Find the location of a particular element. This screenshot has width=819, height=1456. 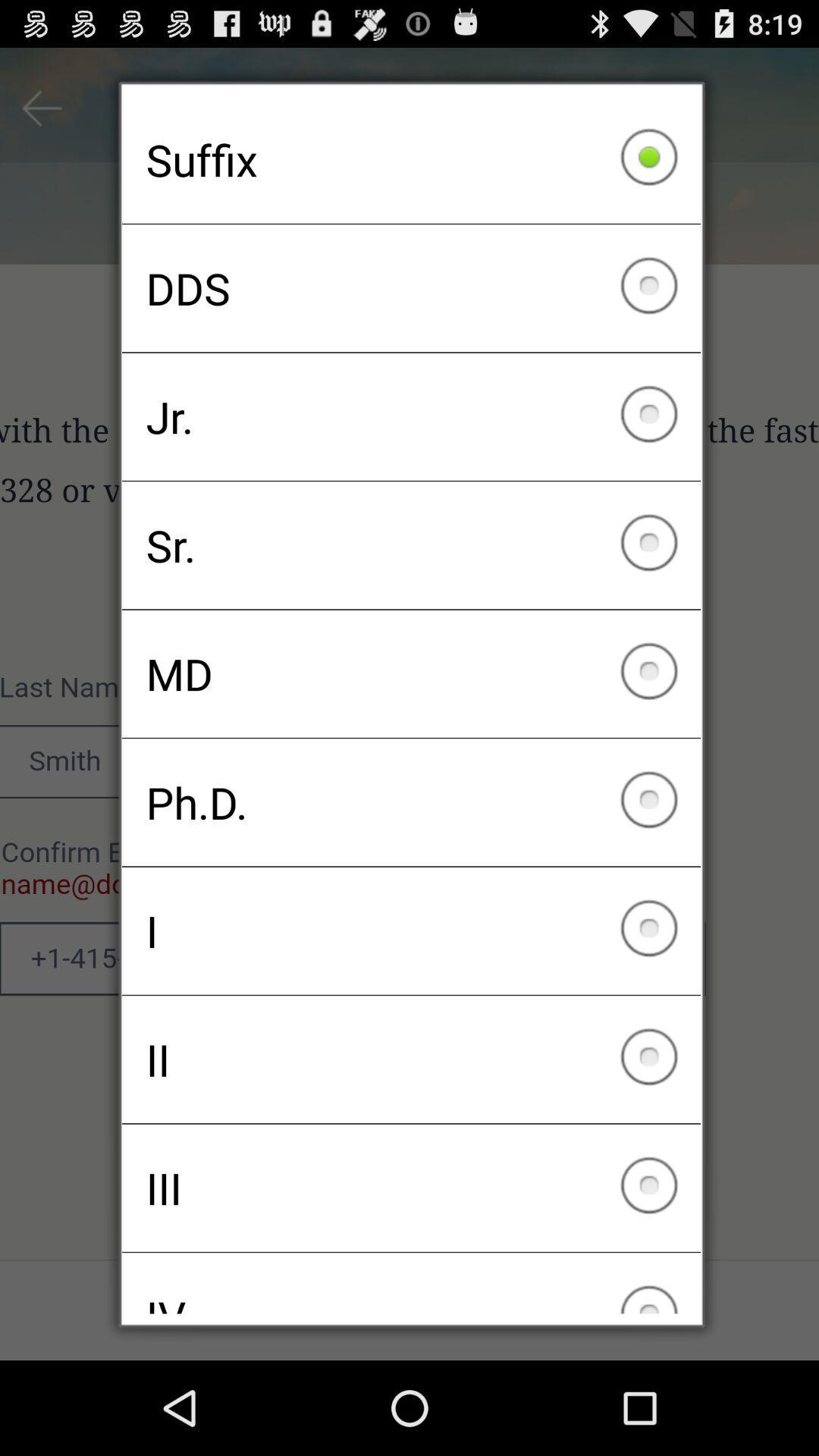

dds checkbox is located at coordinates (411, 288).